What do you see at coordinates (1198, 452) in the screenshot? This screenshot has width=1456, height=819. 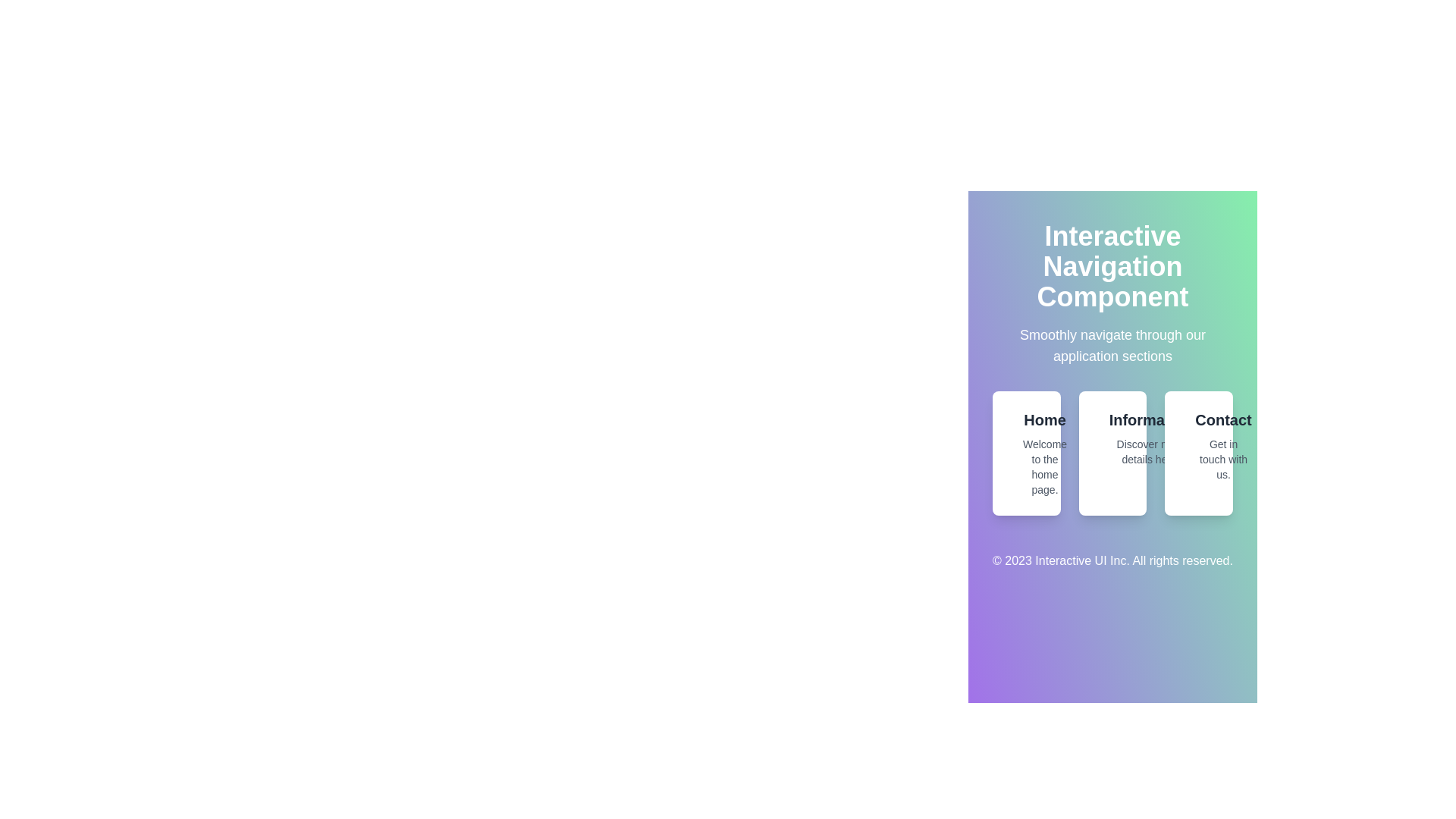 I see `the 'Contact' button-like link card, which has a white background, rounded corners, and contains the title 'Contact' in bold black text` at bounding box center [1198, 452].